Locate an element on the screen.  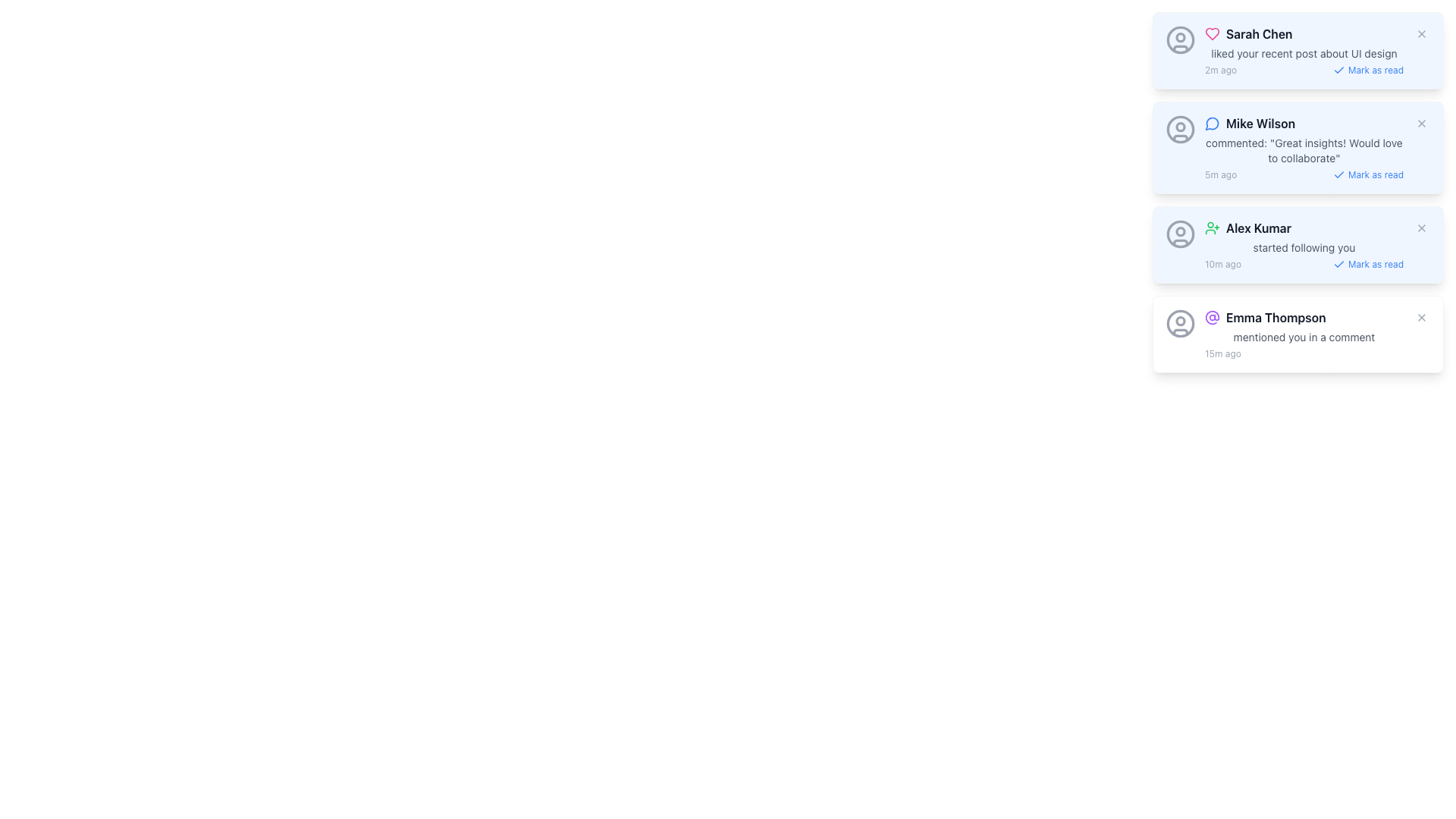
the SVG Circle element representing a user profile icon in the notification bar is located at coordinates (1179, 320).